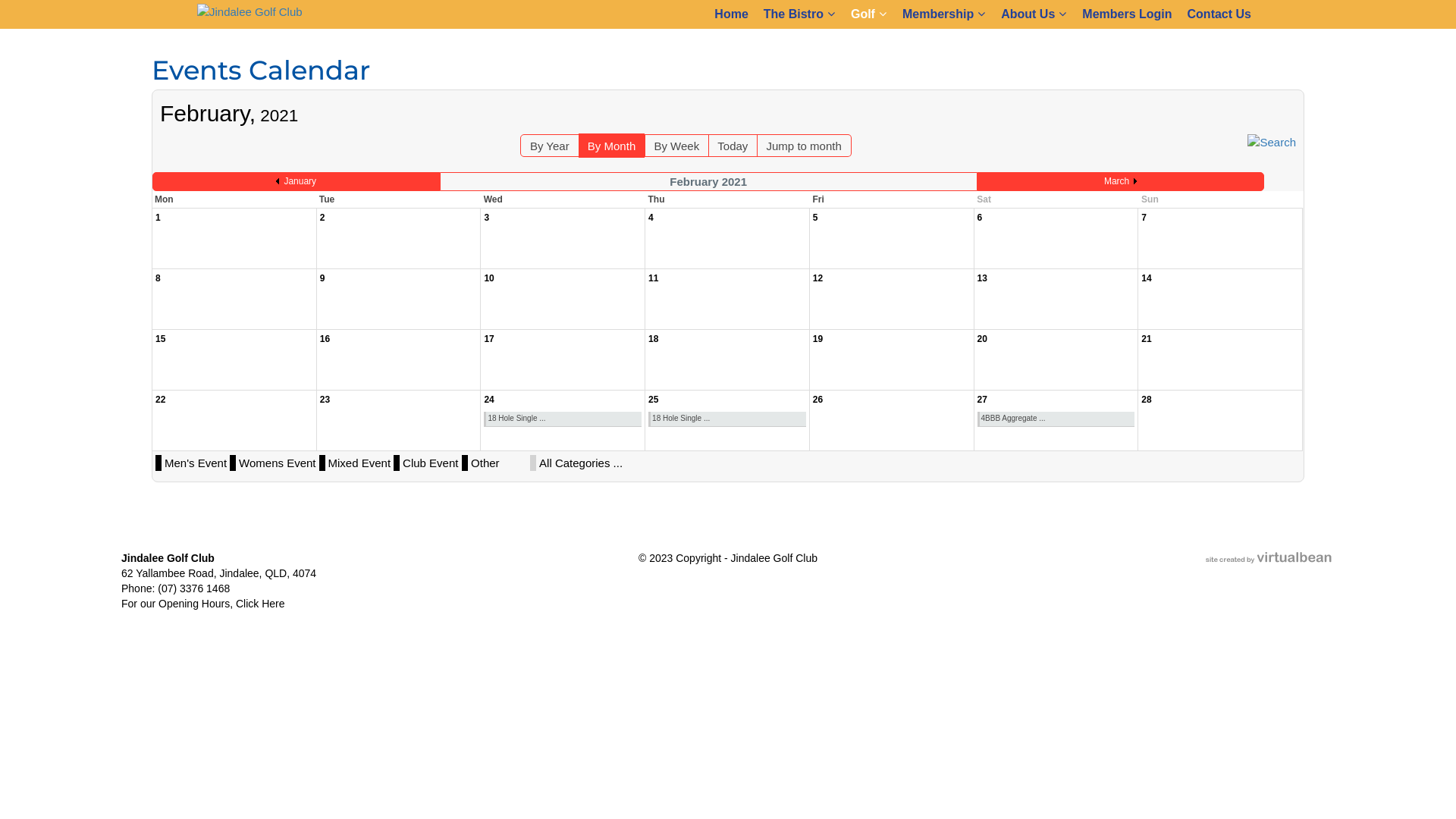  I want to click on 'Today', so click(732, 146).